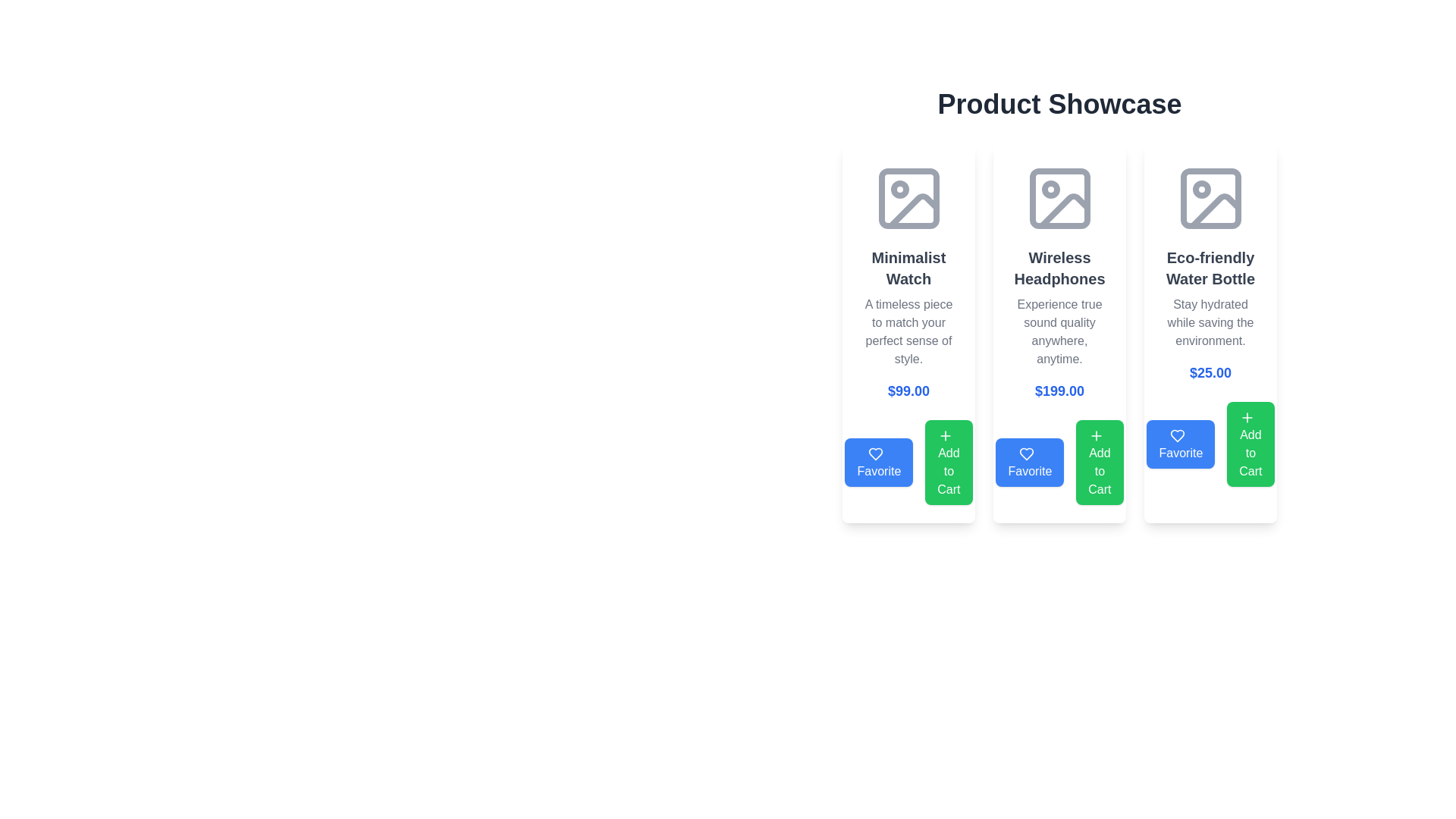 This screenshot has height=819, width=1456. I want to click on the 'Favorite' button with a blue background and white text, so click(879, 461).